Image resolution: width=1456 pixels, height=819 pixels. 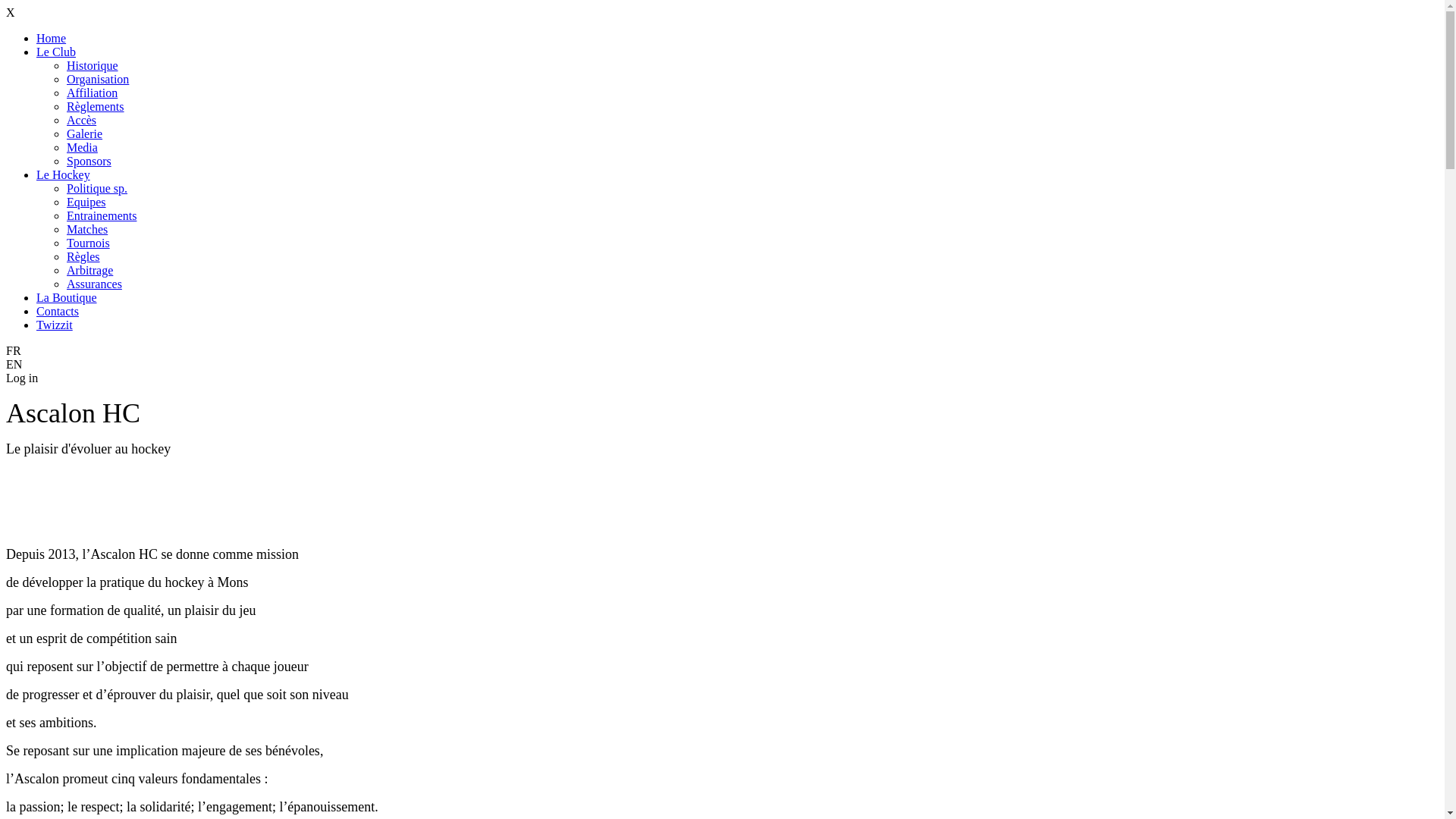 What do you see at coordinates (51, 37) in the screenshot?
I see `'Home'` at bounding box center [51, 37].